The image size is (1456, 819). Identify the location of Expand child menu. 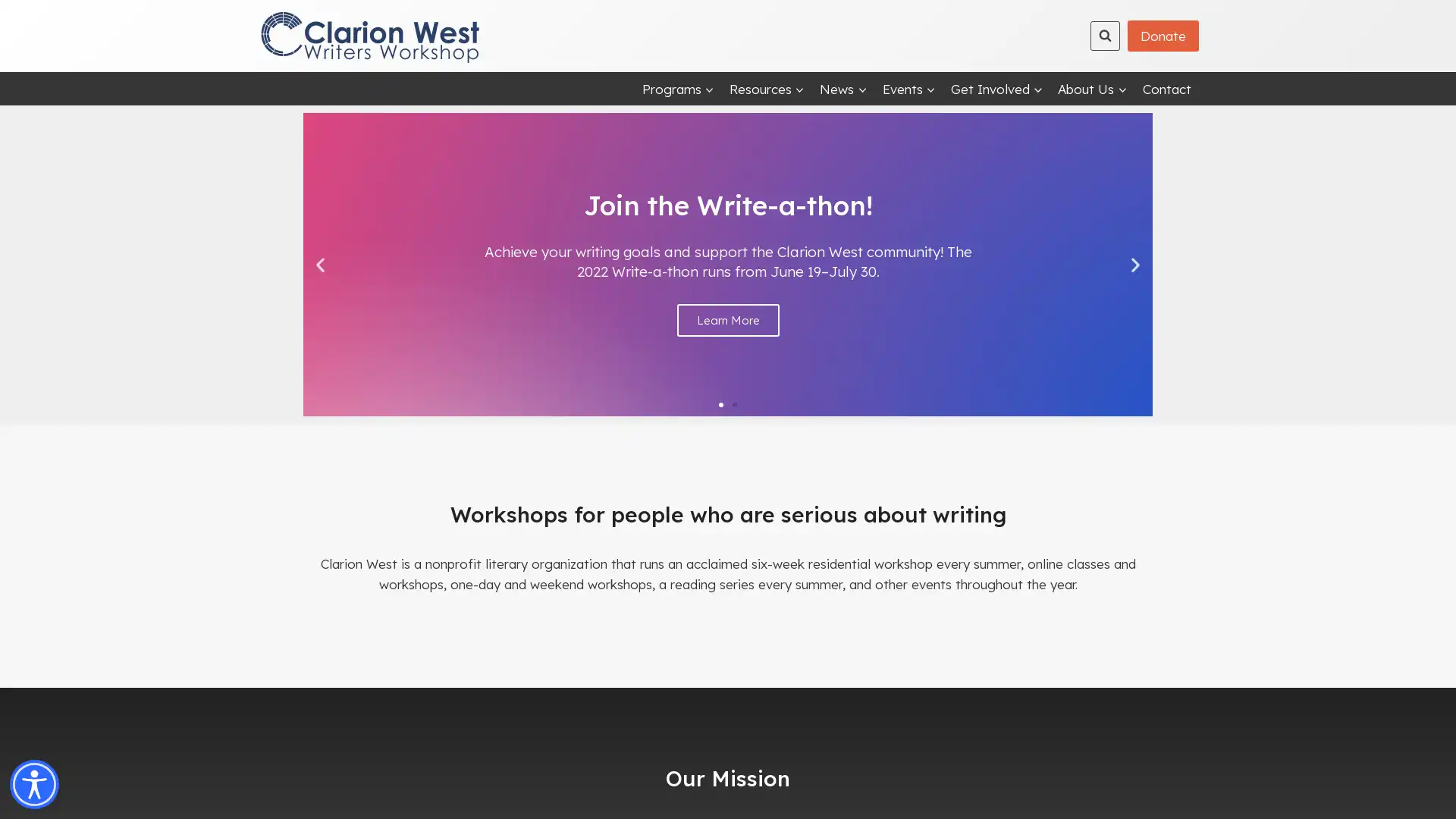
(1092, 88).